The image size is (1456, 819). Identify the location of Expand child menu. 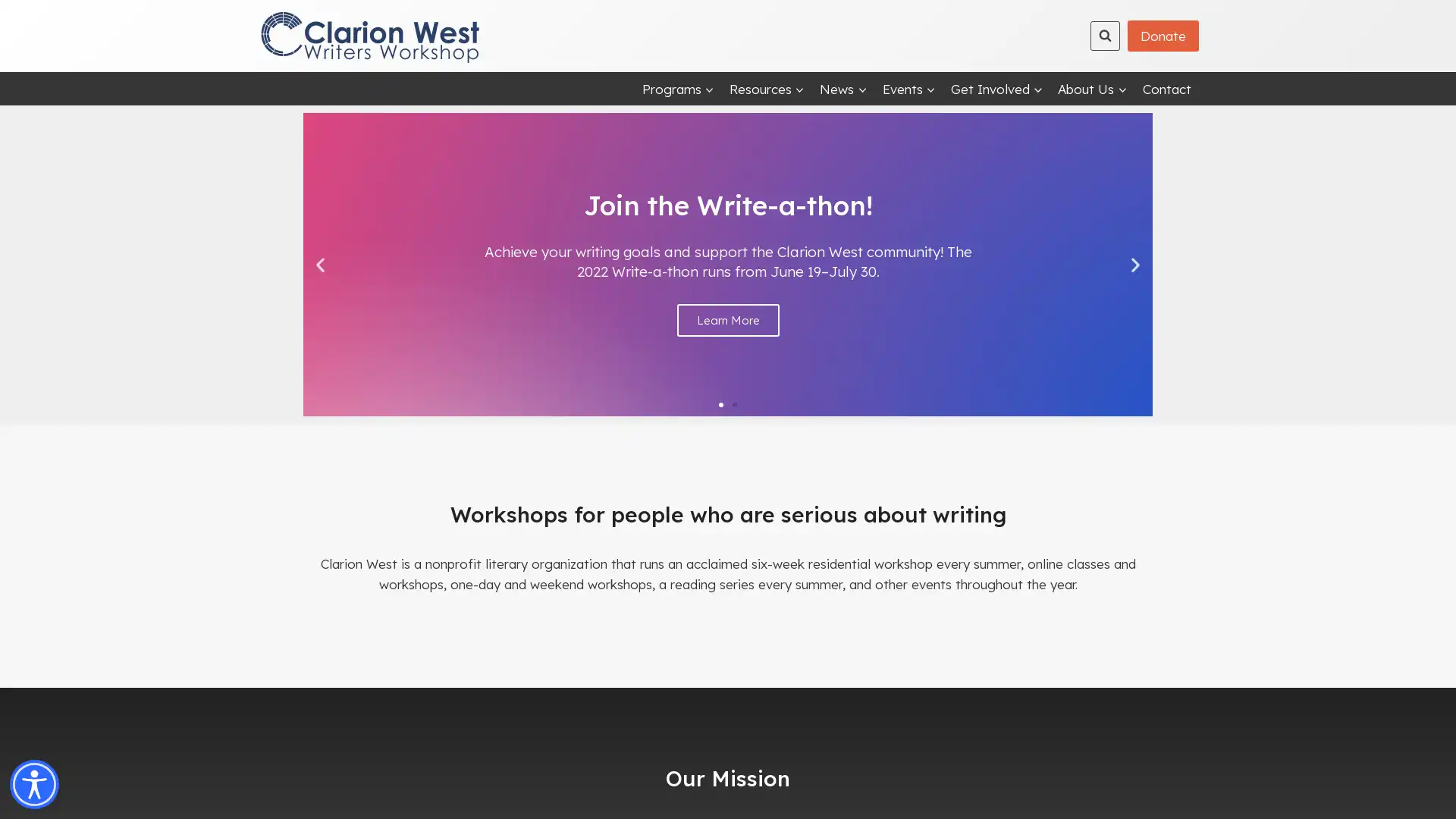
(1092, 88).